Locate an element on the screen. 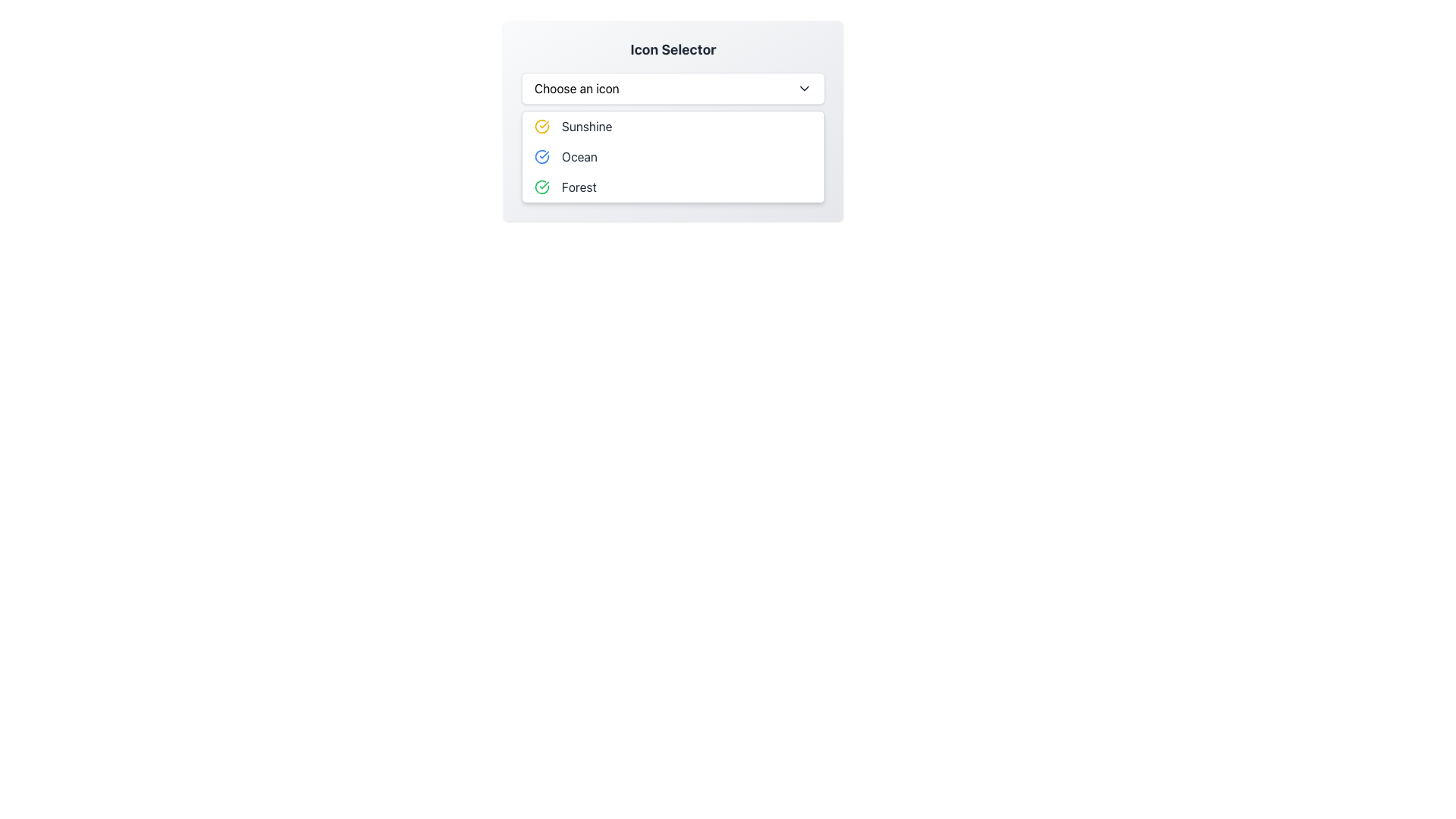  the 'Ocean' text label, which is styled in gray (#gray-800) and is located in the second position of a vertically stacked selection menu is located at coordinates (579, 157).